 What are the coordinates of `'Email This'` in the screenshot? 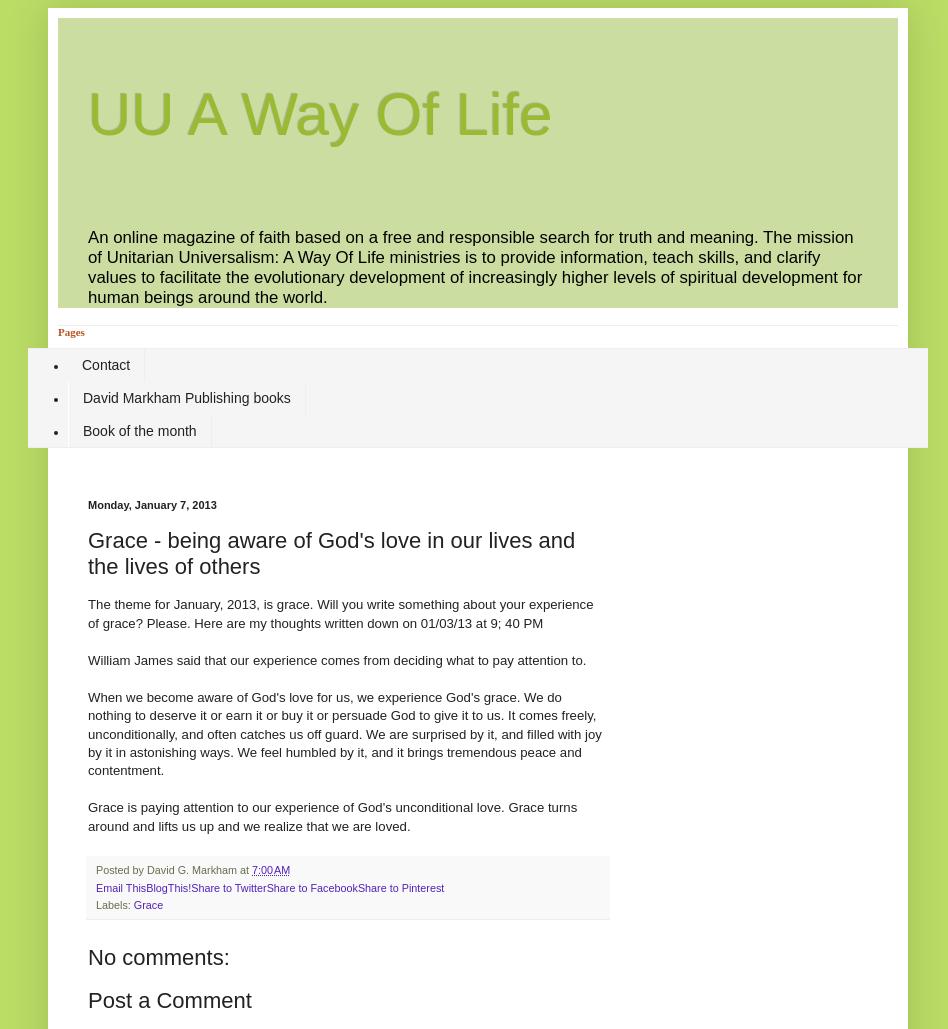 It's located at (119, 886).